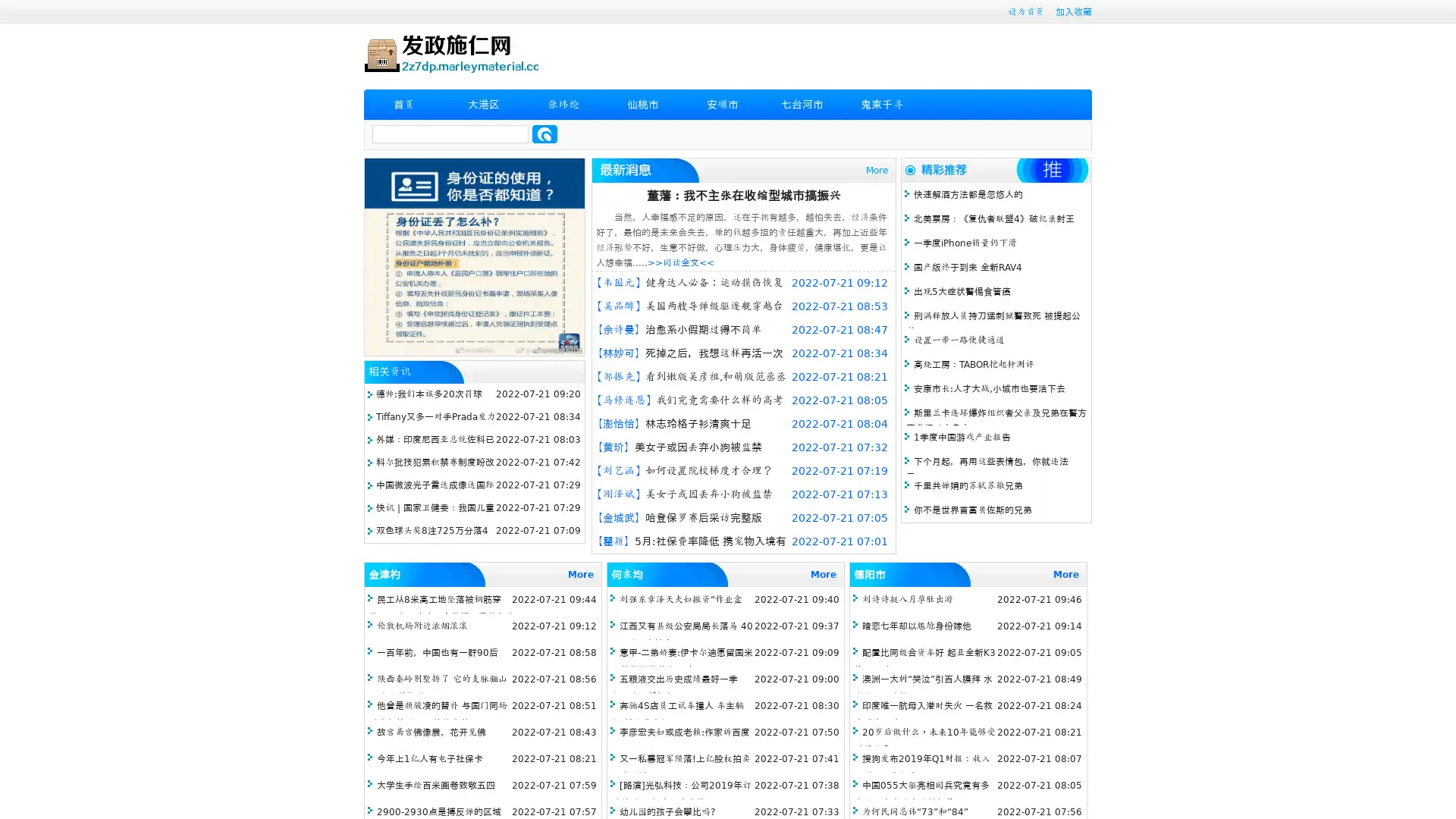  What do you see at coordinates (544, 133) in the screenshot?
I see `Search` at bounding box center [544, 133].